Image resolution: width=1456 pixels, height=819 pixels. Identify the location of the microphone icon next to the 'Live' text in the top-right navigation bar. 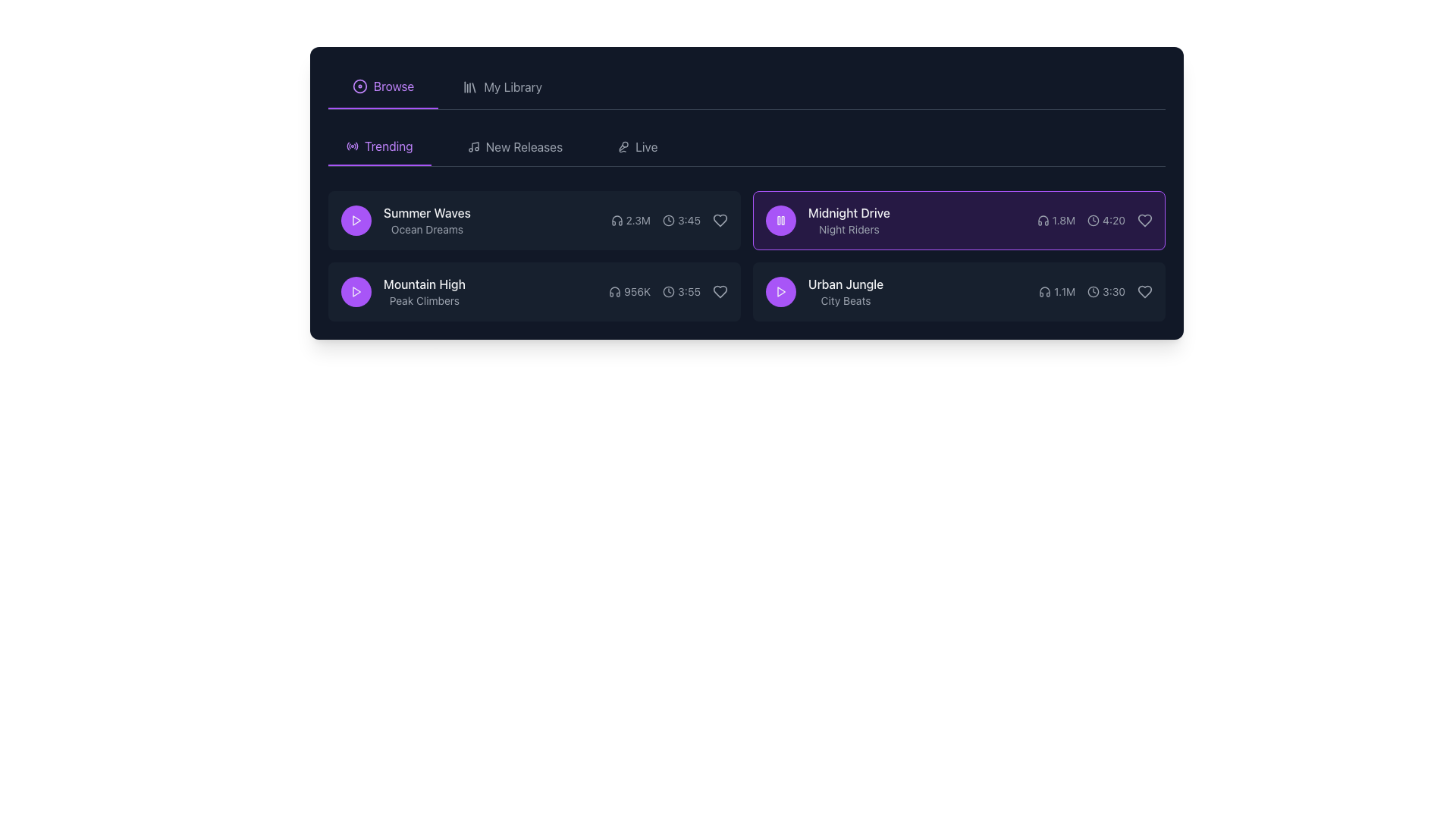
(623, 146).